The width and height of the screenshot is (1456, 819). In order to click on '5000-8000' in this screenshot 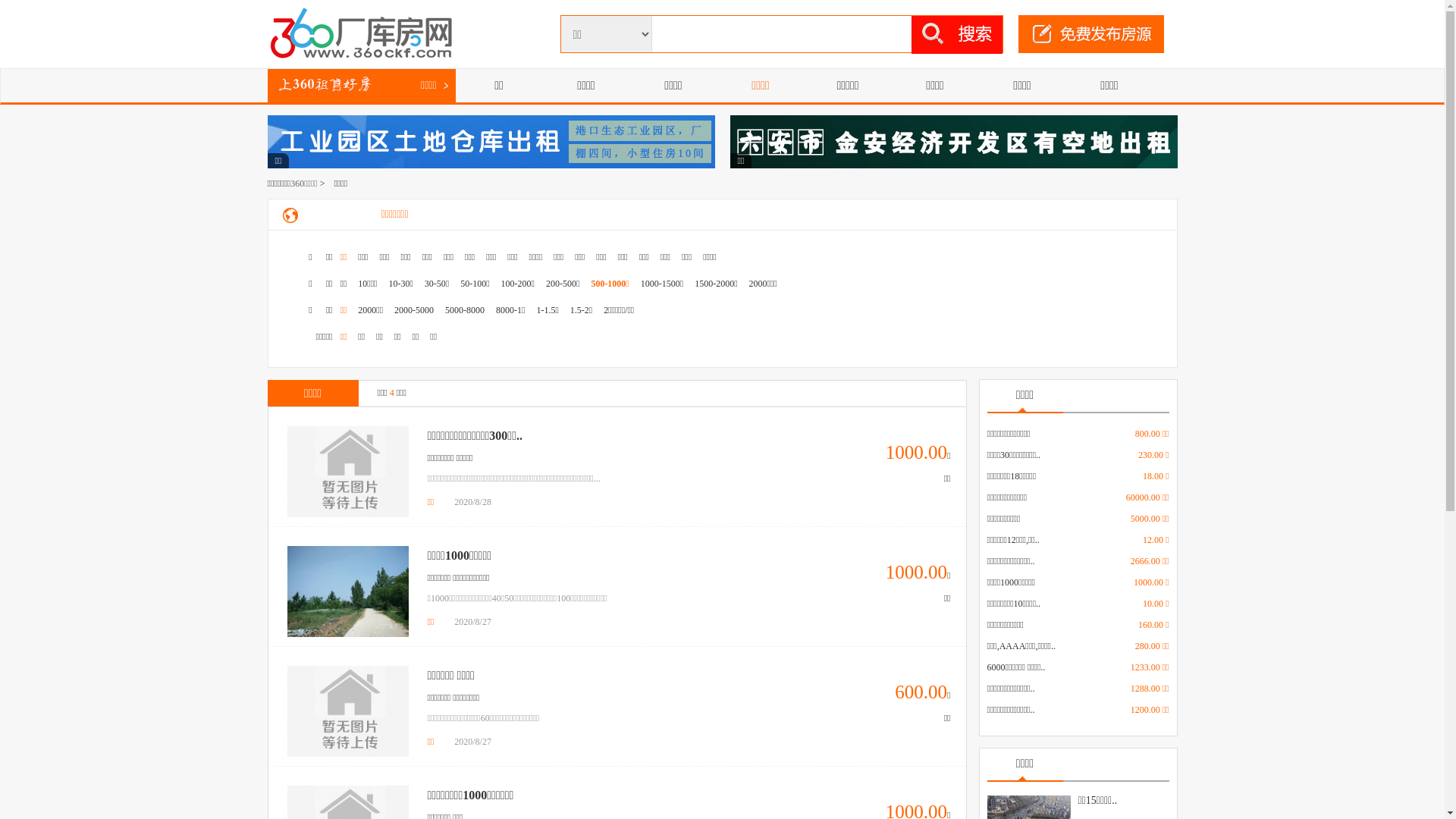, I will do `click(464, 309)`.